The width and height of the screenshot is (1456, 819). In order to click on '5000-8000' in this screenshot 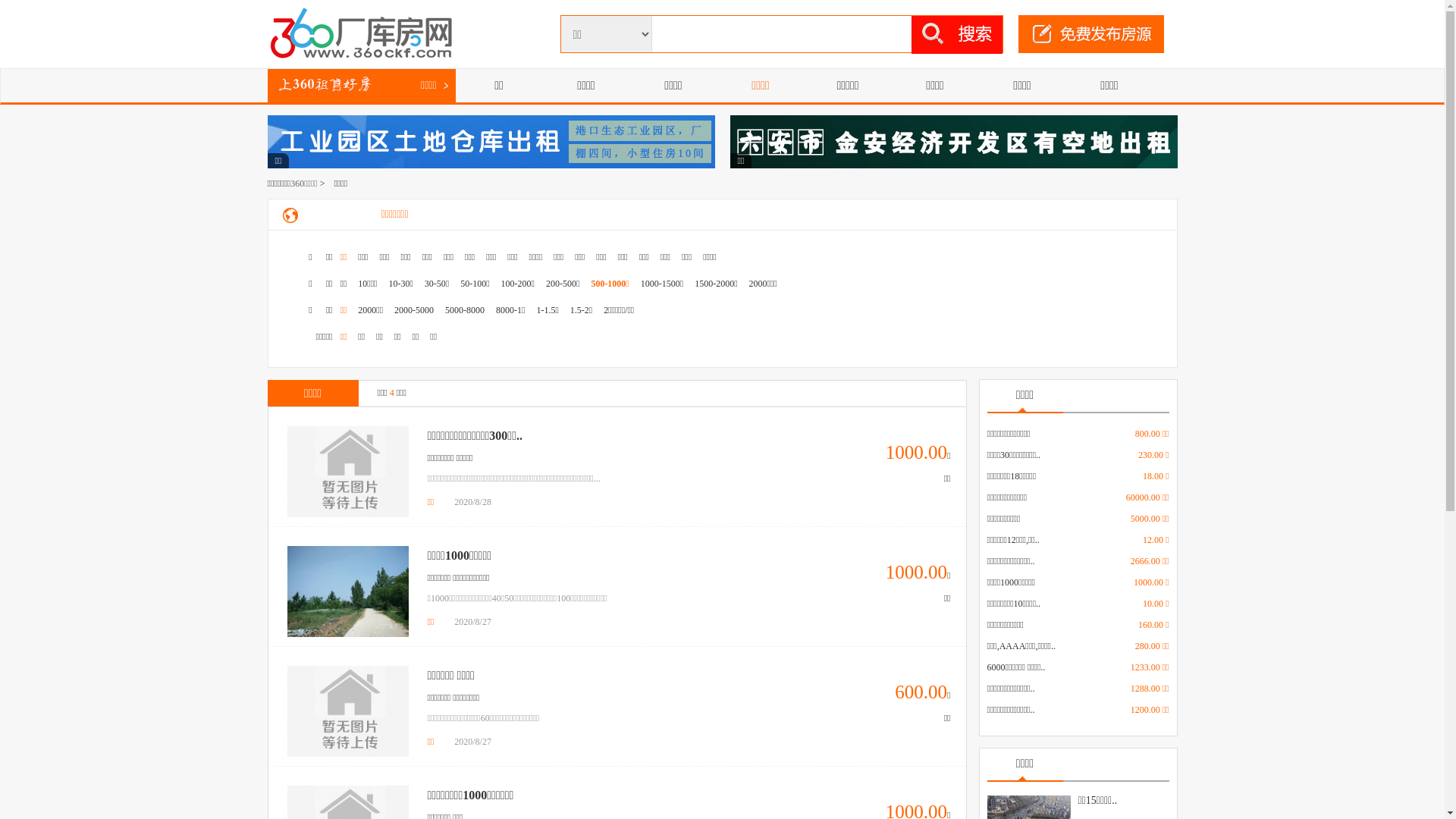, I will do `click(464, 309)`.